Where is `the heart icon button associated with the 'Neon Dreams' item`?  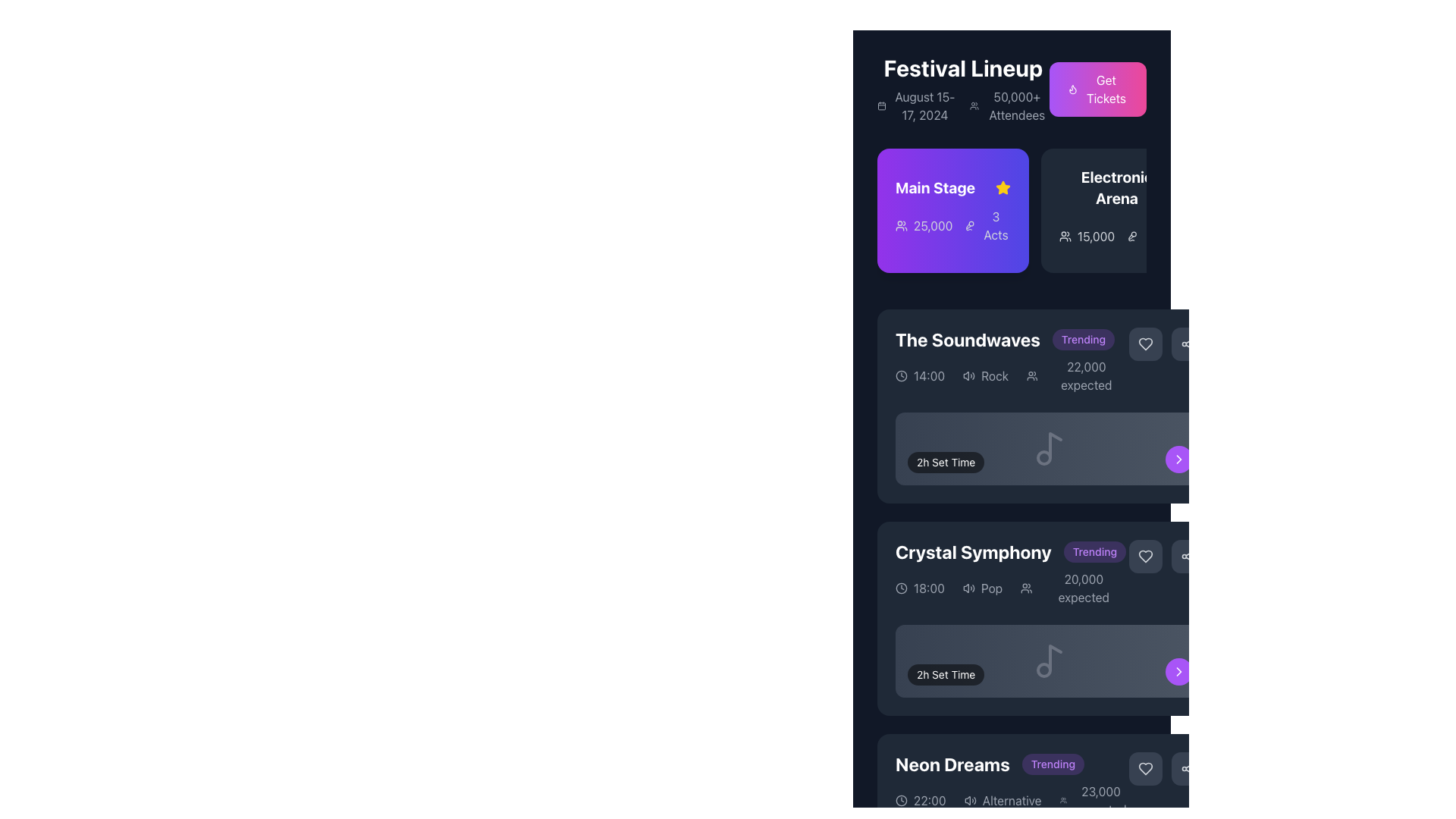 the heart icon button associated with the 'Neon Dreams' item is located at coordinates (1146, 769).